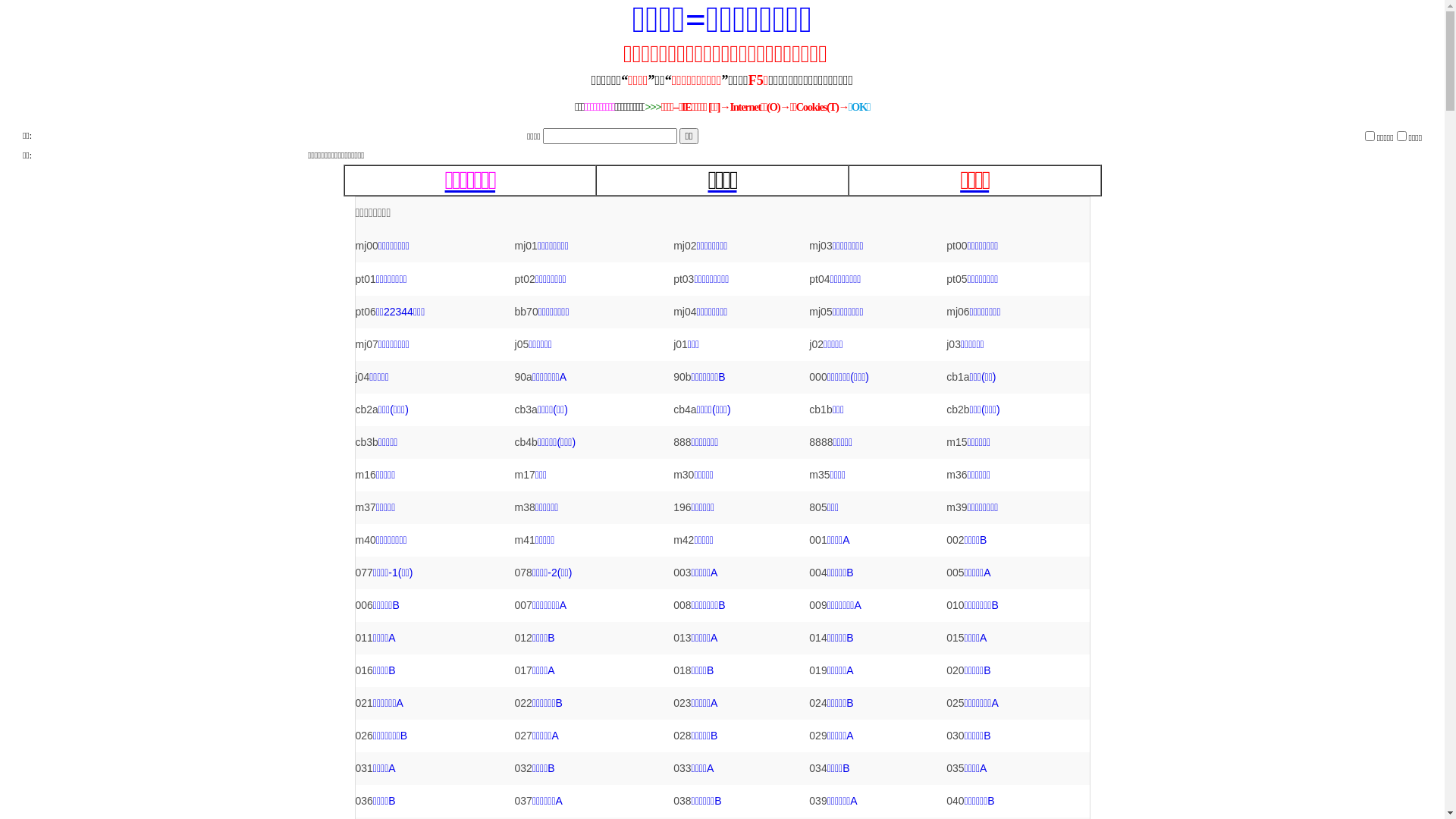 This screenshot has width=1456, height=819. I want to click on 'bb70', so click(526, 311).